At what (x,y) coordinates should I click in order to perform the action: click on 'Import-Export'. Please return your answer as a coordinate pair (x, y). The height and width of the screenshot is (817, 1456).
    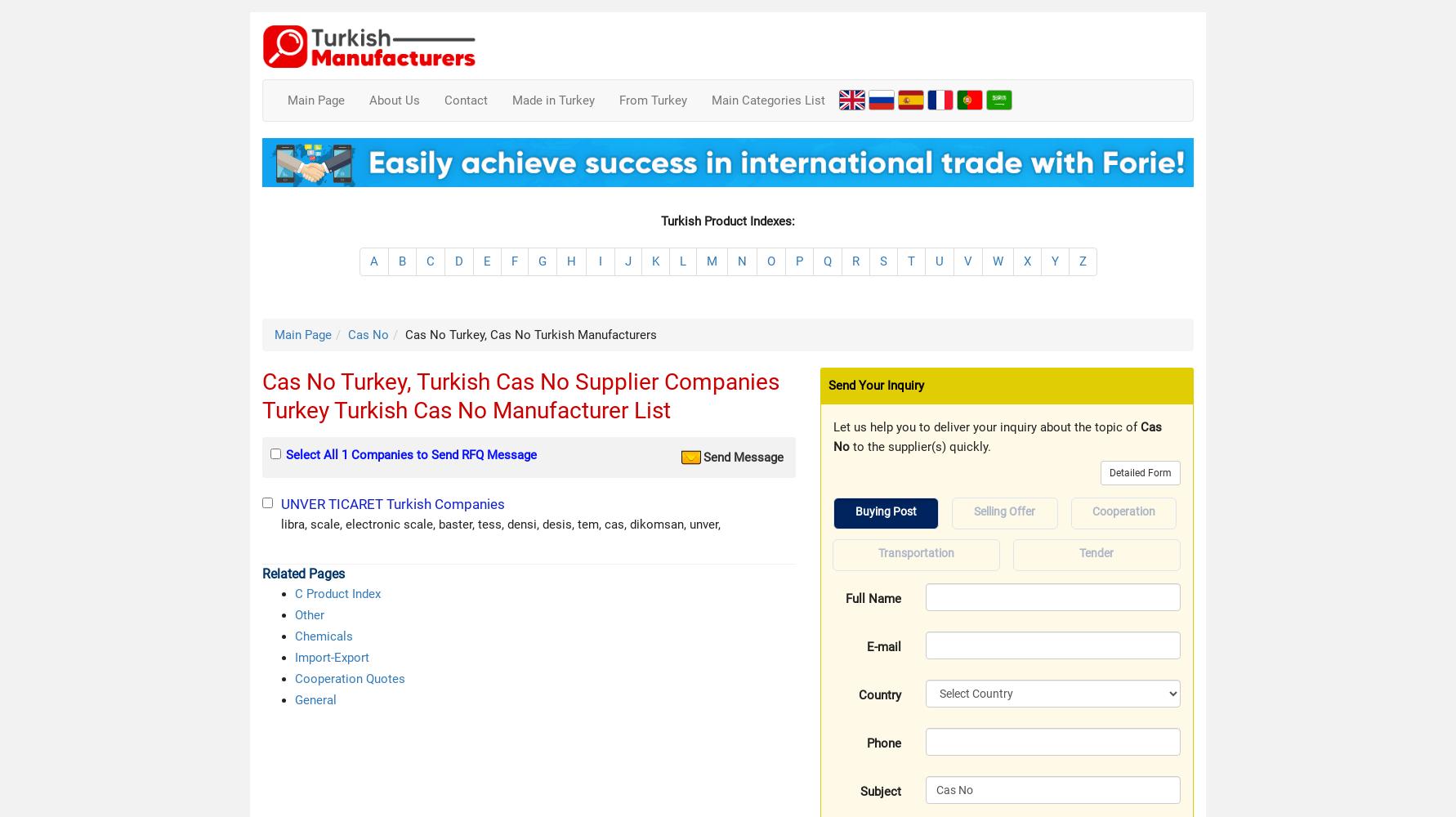
    Looking at the image, I should click on (332, 658).